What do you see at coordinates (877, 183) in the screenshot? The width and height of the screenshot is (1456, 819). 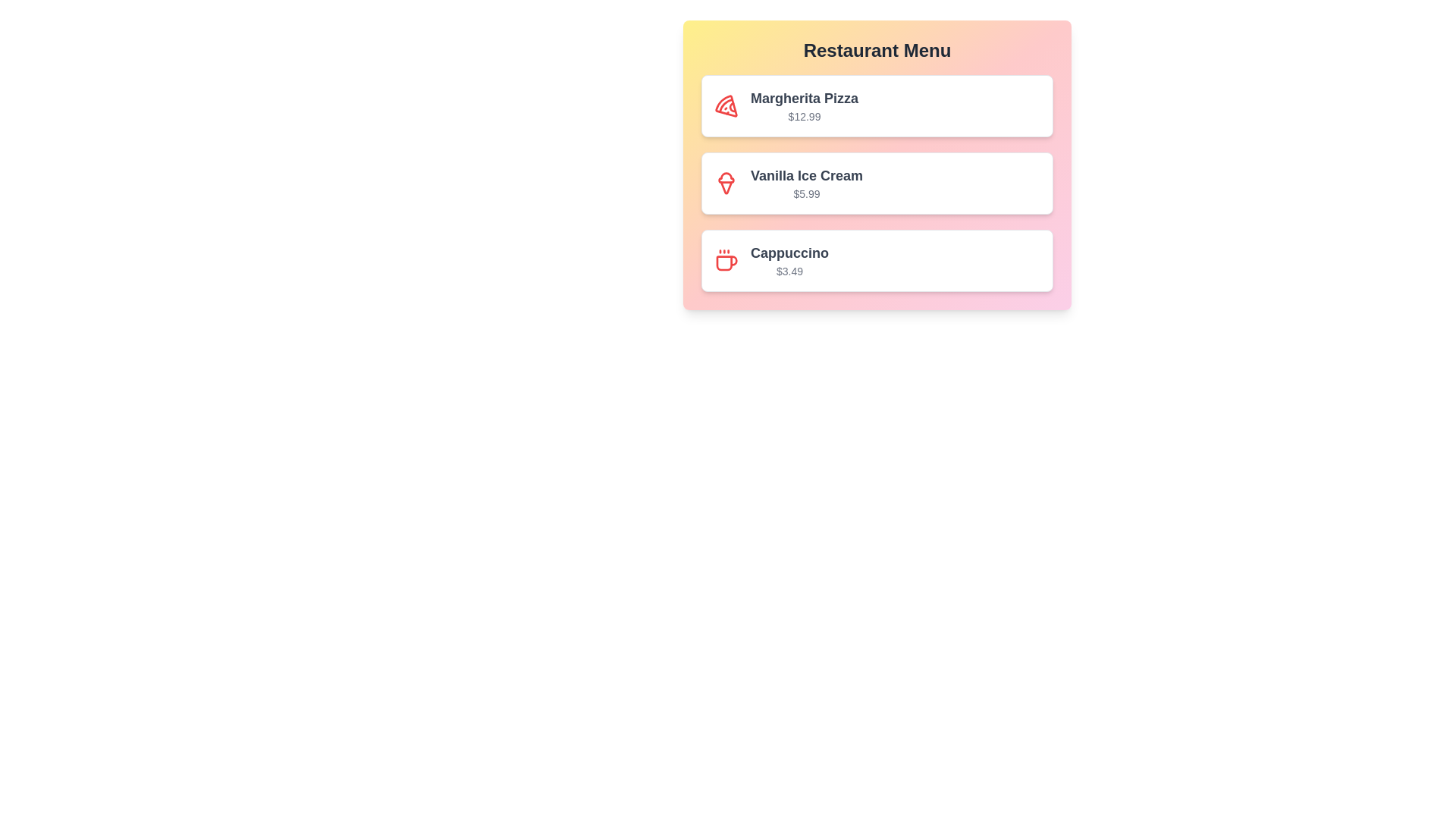 I see `the menu item corresponding to Vanilla Ice Cream` at bounding box center [877, 183].